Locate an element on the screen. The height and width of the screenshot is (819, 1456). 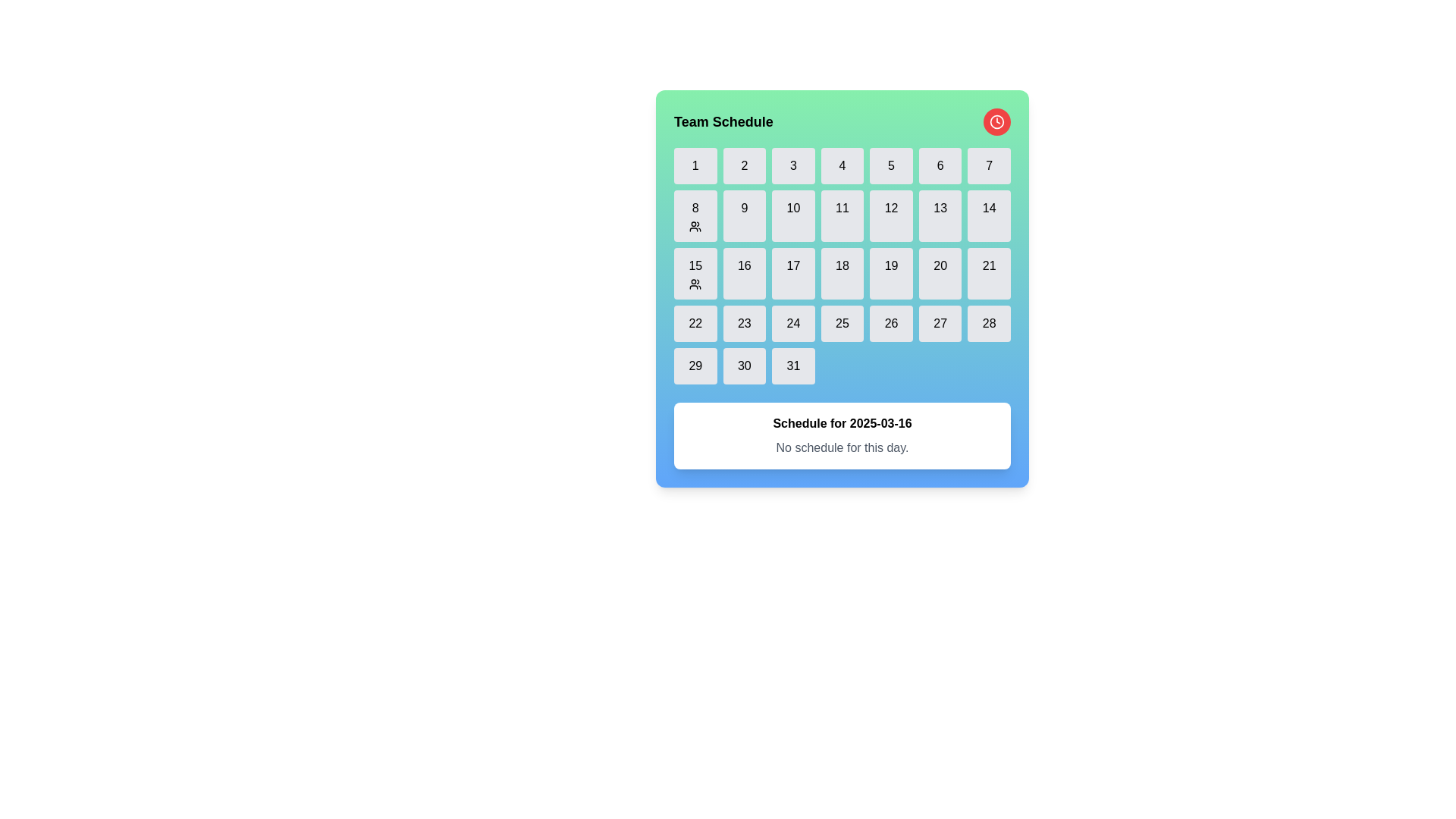
the Textual Number Label displaying the number '11', which indicates the 11th day of the month in the calendar grid layout is located at coordinates (841, 208).